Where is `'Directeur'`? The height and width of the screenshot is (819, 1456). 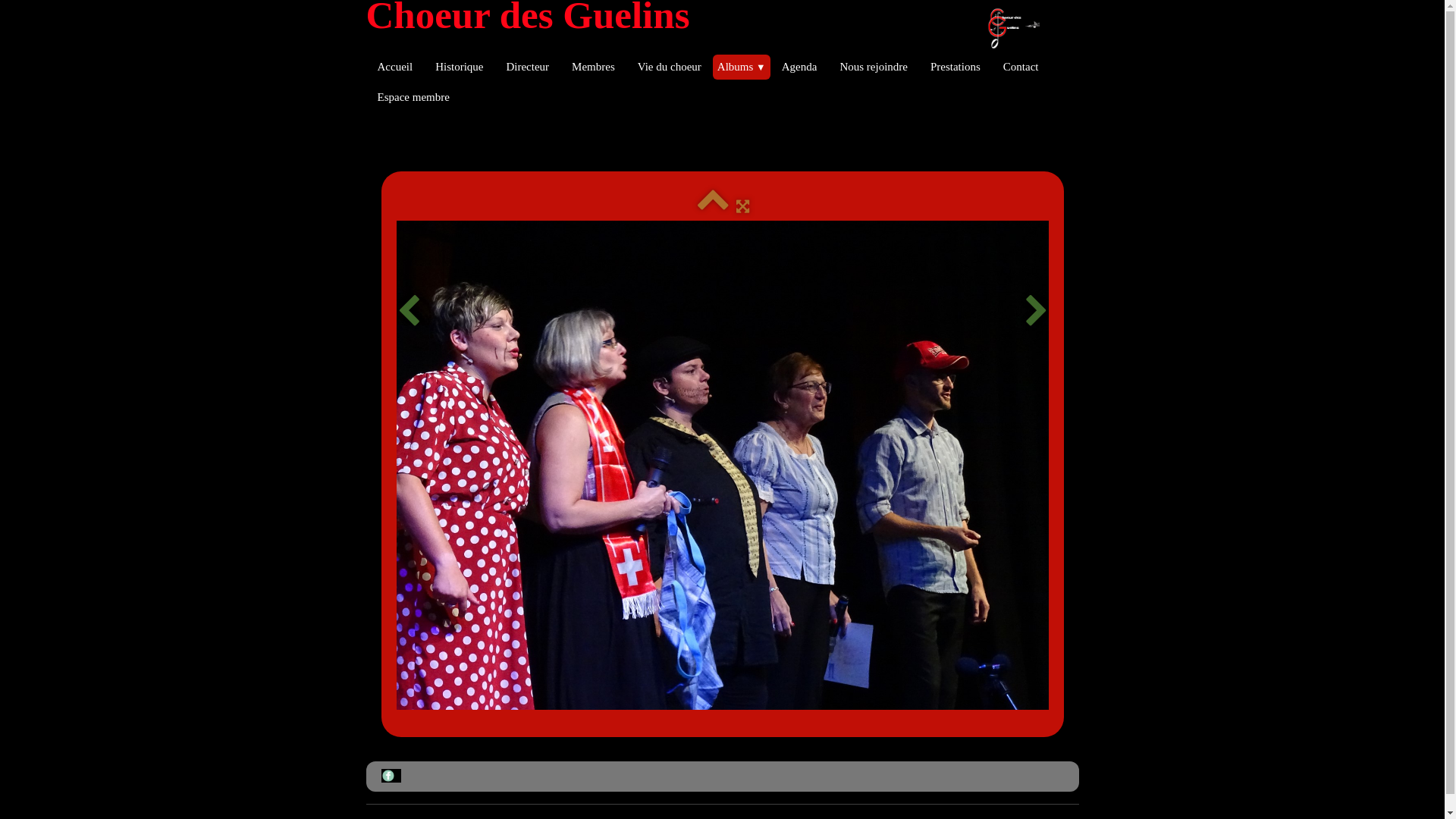 'Directeur' is located at coordinates (494, 66).